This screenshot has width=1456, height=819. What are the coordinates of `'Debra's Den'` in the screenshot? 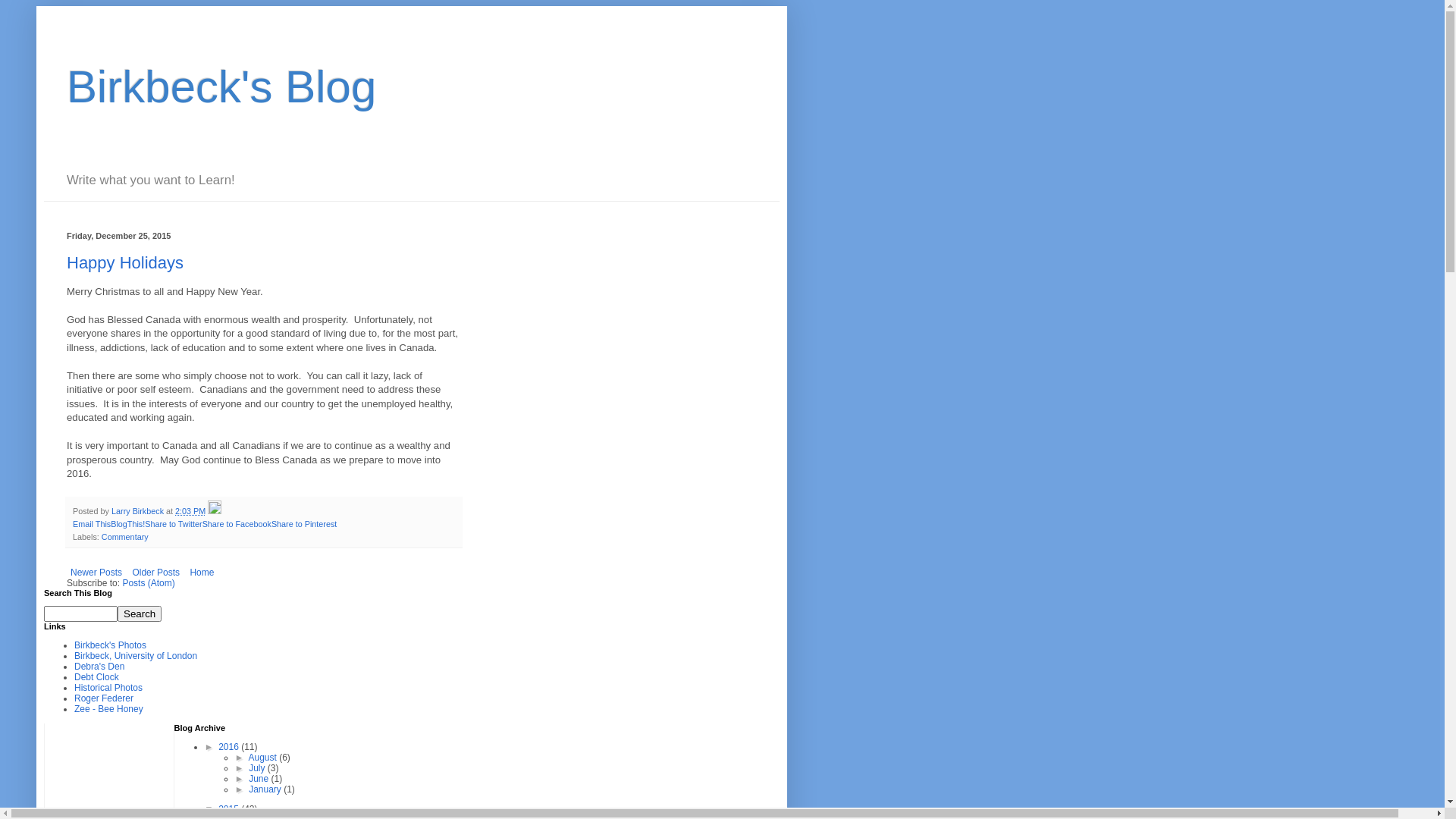 It's located at (98, 666).